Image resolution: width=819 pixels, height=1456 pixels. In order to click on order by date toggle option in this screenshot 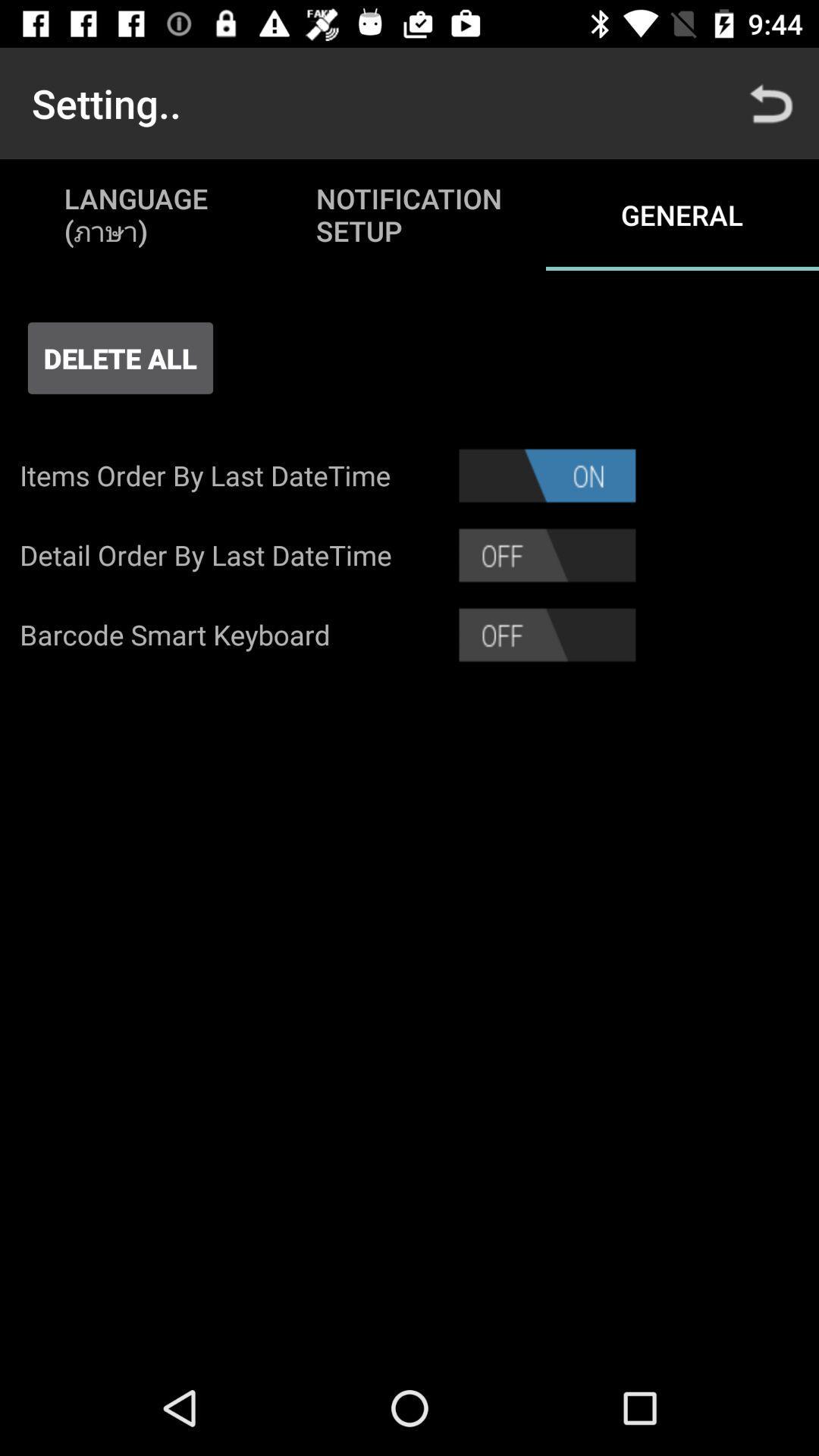, I will do `click(547, 554)`.